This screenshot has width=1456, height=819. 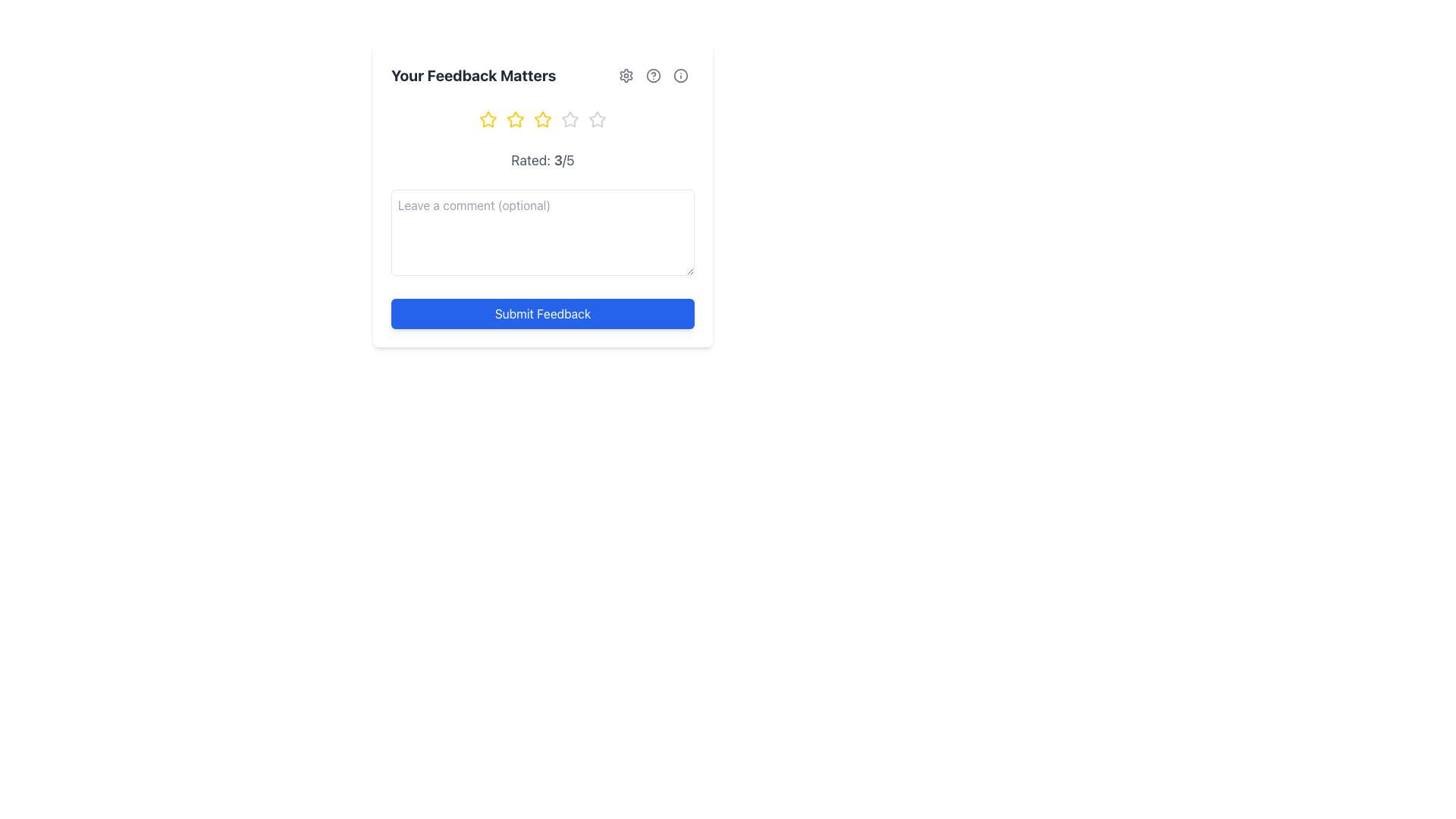 I want to click on the fifth star in the rating group under 'Your Feedback Matters', so click(x=596, y=119).